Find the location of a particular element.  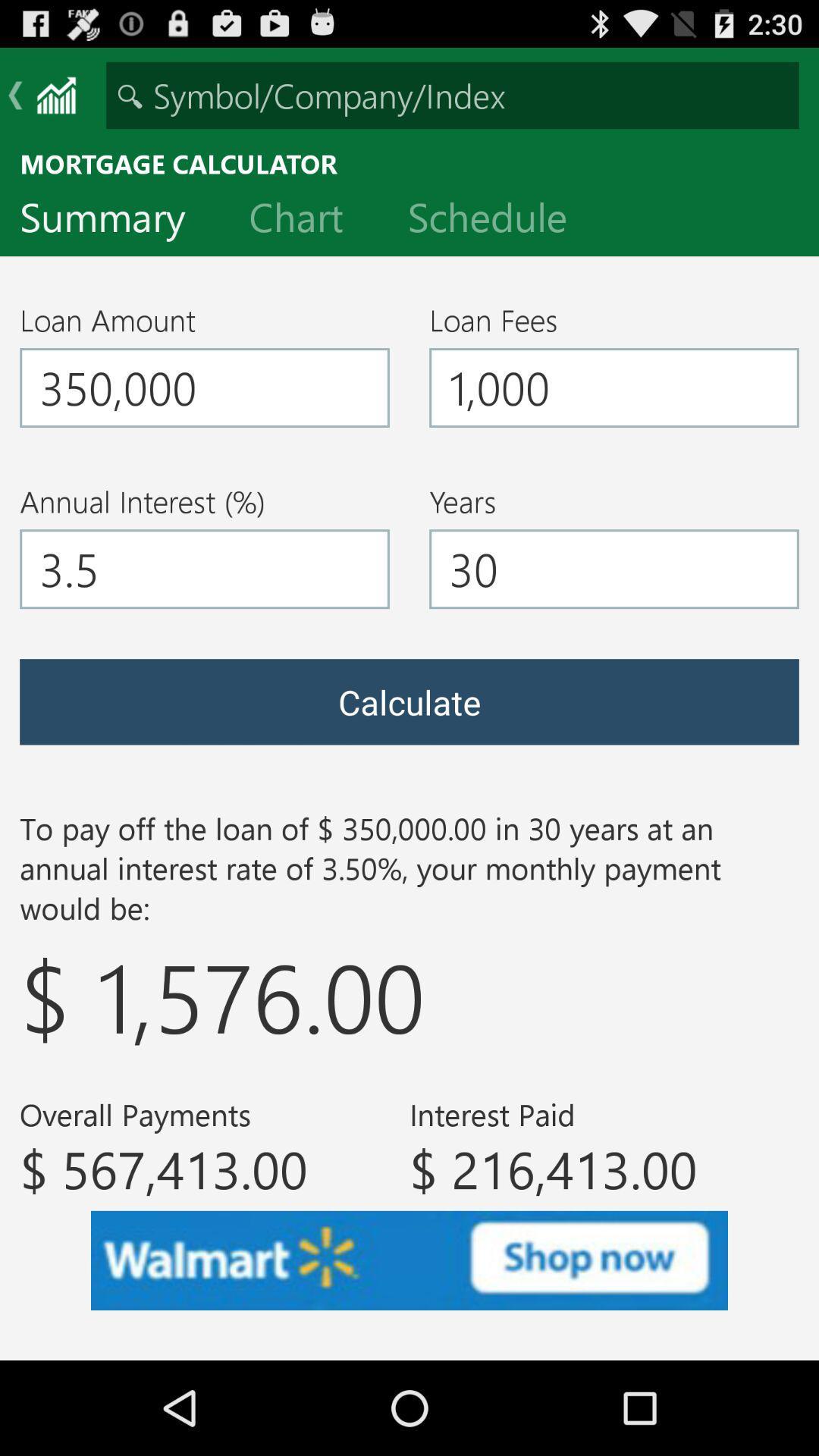

search box to type in symbol/company/index is located at coordinates (452, 94).